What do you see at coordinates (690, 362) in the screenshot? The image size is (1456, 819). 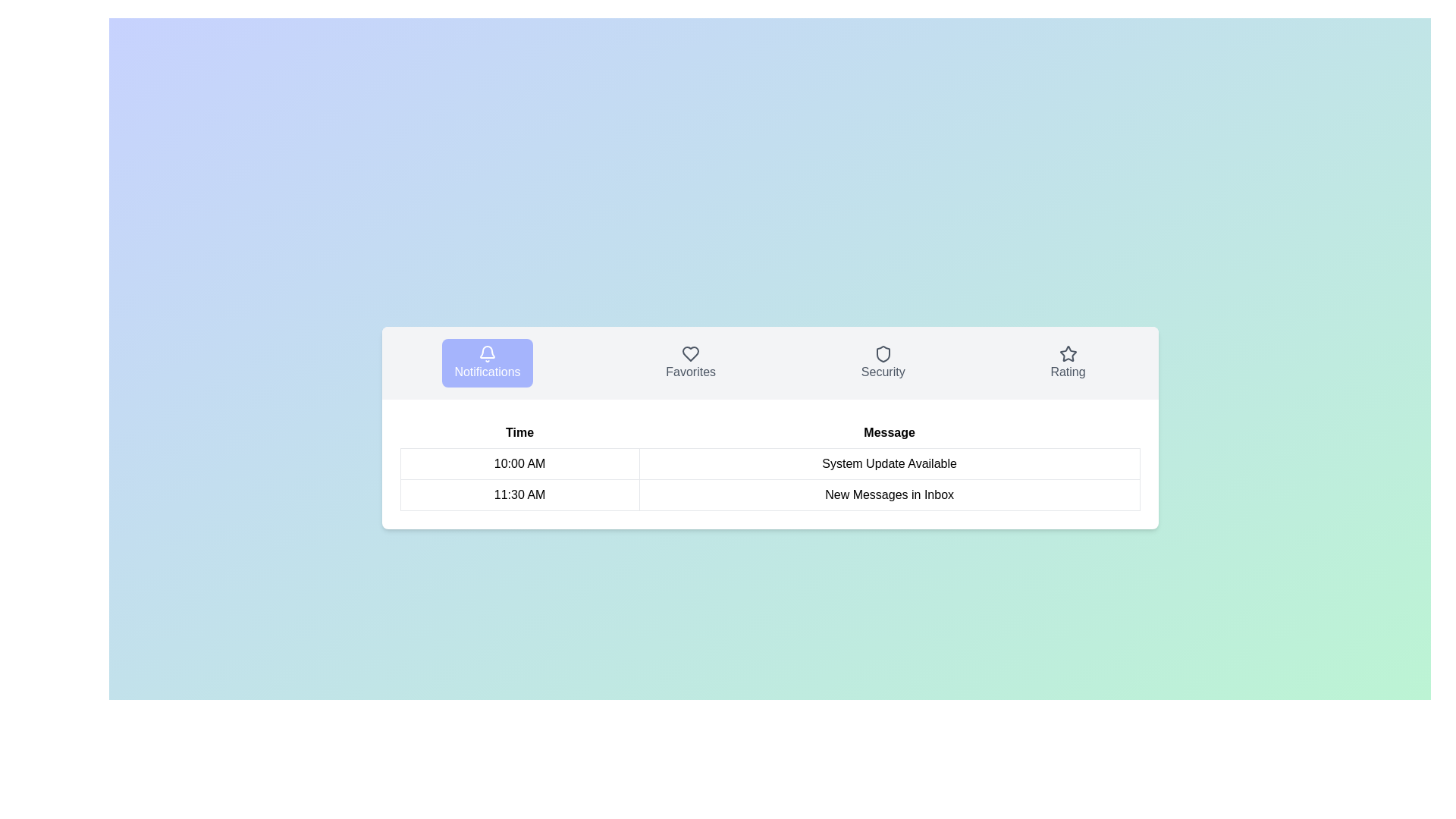 I see `the navigation button for 'Favorites' located between 'Notifications' and 'Security'` at bounding box center [690, 362].